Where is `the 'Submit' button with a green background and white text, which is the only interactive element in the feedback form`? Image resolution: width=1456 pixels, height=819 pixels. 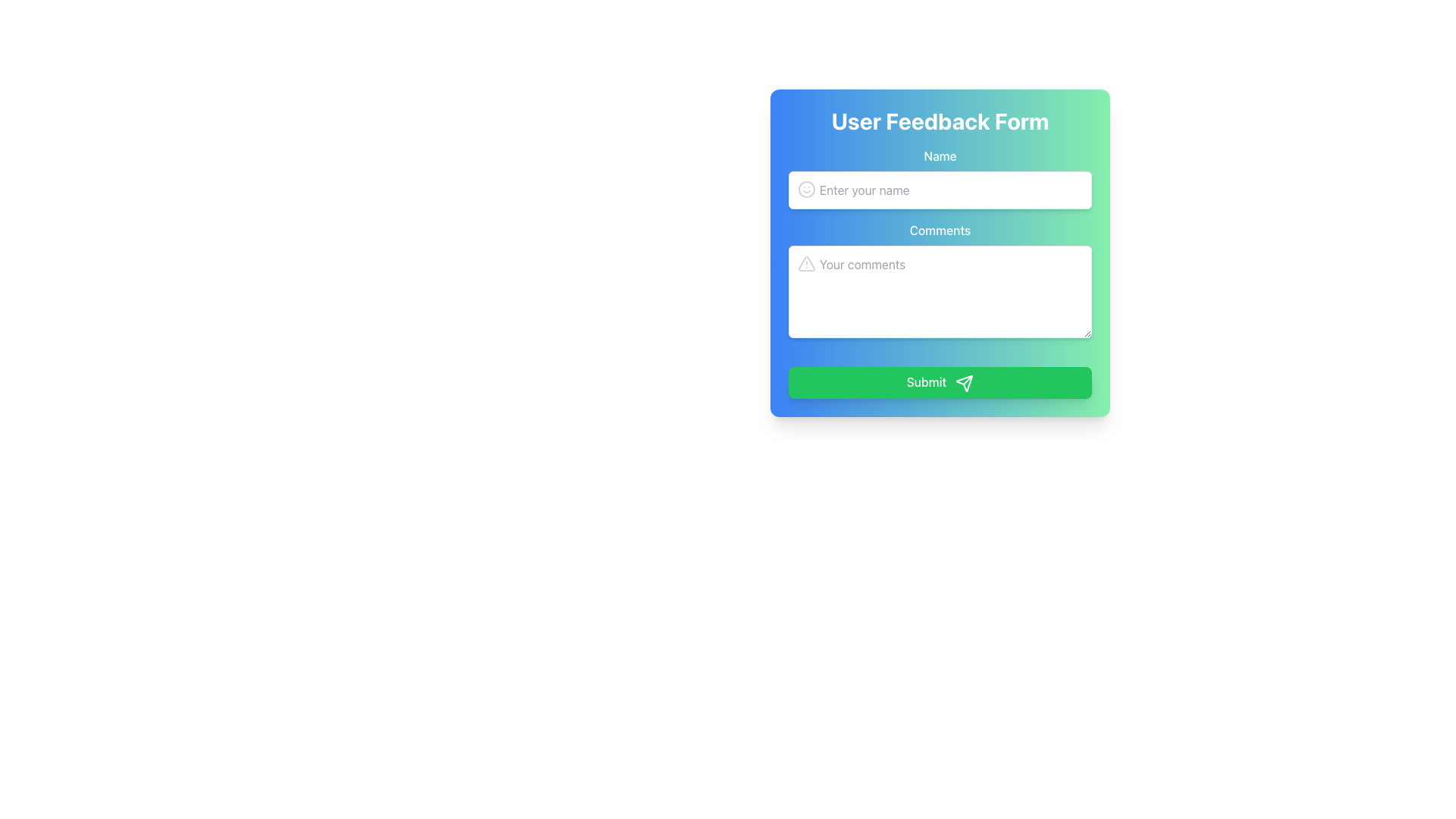
the 'Submit' button with a green background and white text, which is the only interactive element in the feedback form is located at coordinates (939, 381).